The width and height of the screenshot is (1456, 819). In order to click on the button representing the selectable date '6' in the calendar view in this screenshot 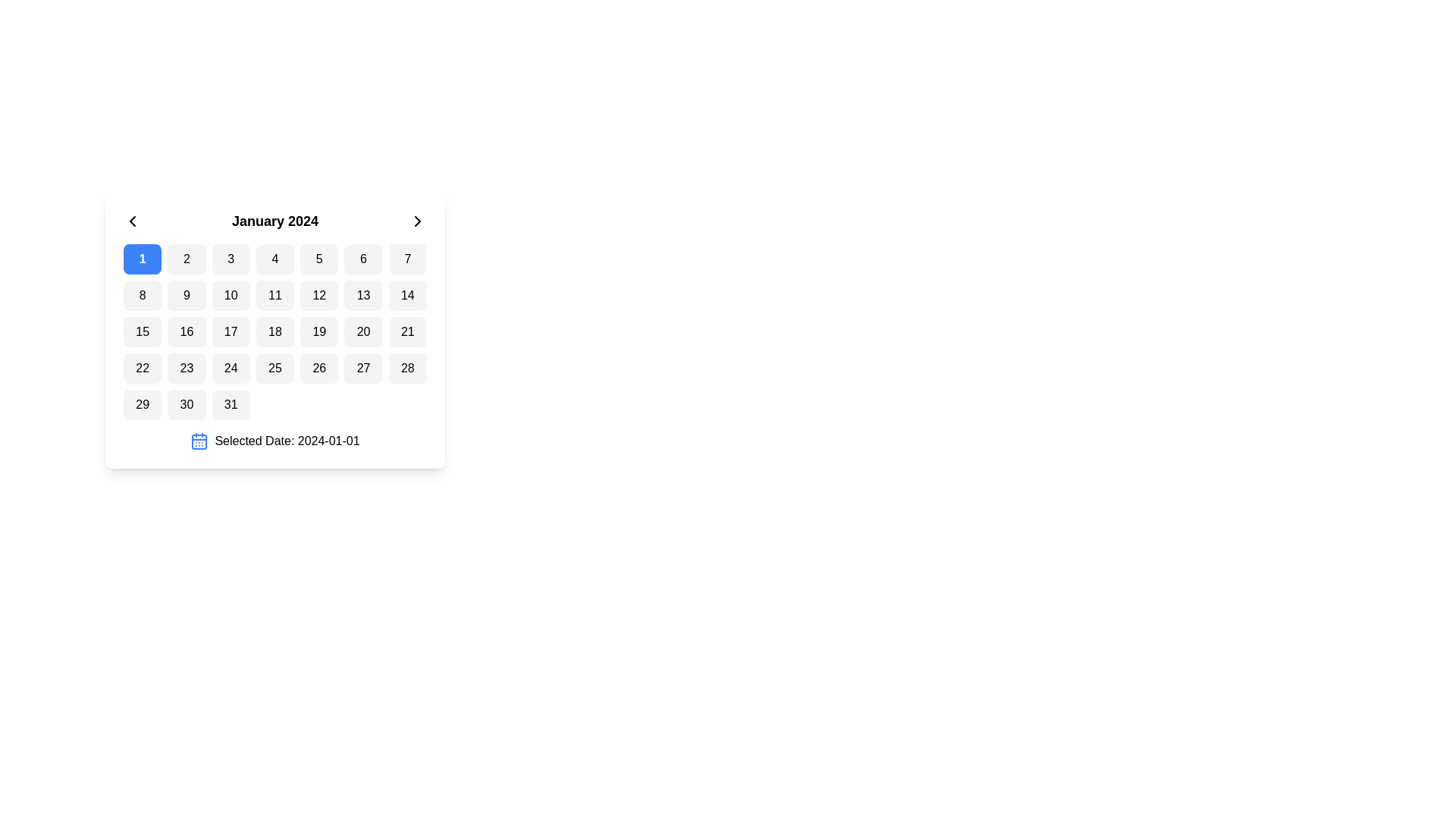, I will do `click(362, 259)`.